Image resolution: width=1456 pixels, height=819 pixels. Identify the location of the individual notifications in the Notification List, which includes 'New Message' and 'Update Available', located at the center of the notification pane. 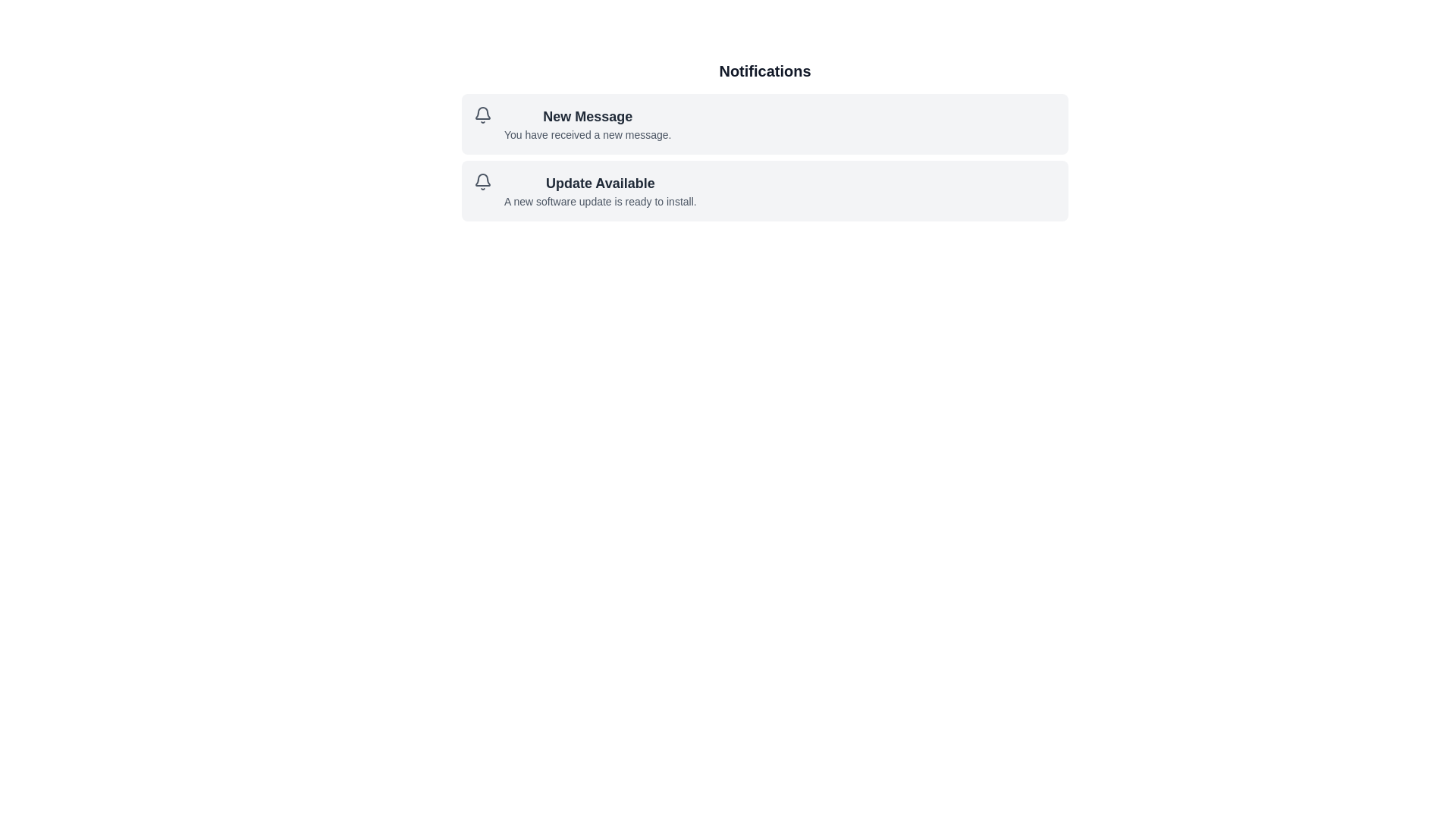
(764, 140).